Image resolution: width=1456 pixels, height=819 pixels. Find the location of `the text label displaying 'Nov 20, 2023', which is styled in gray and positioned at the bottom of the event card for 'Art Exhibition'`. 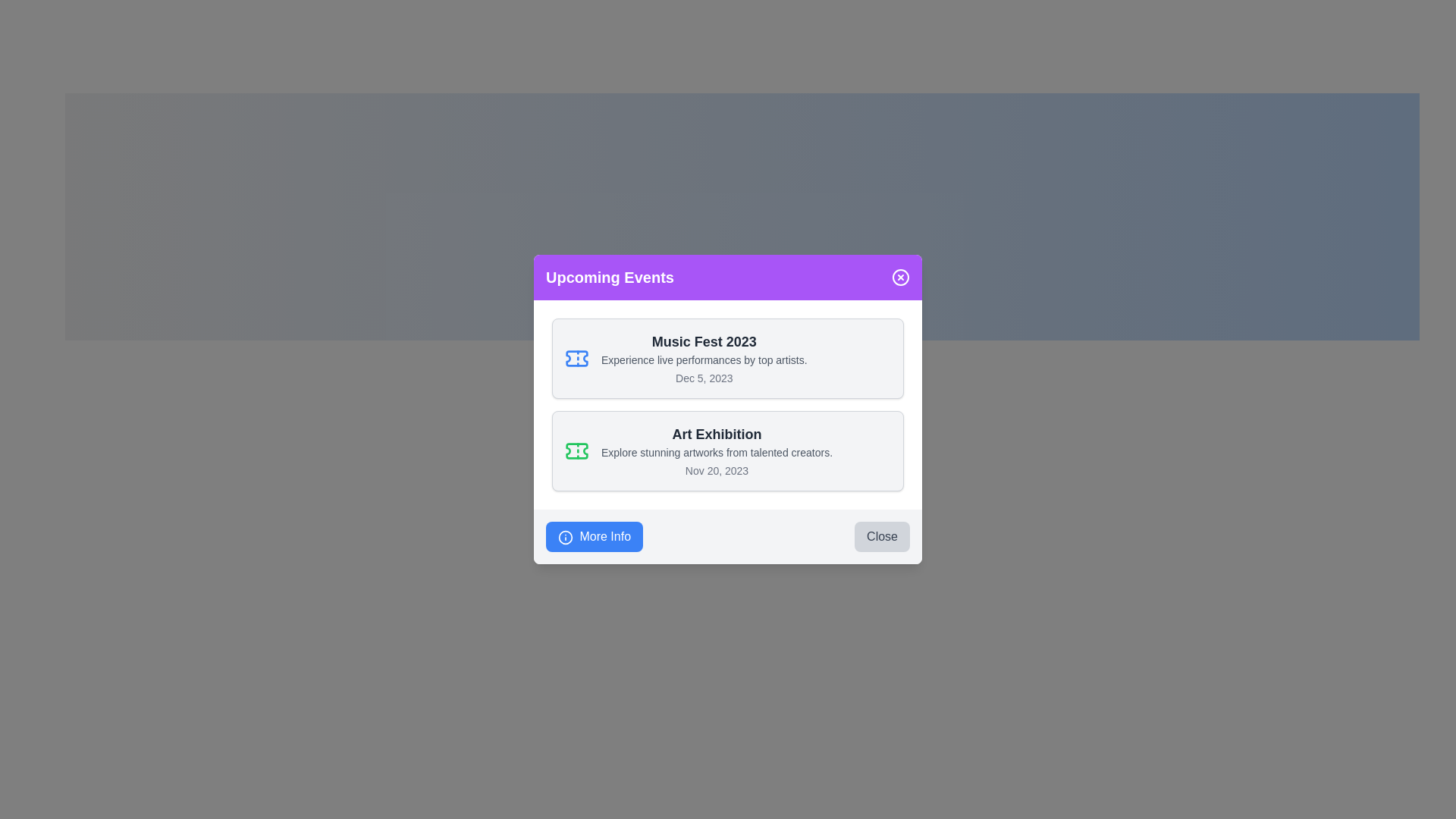

the text label displaying 'Nov 20, 2023', which is styled in gray and positioned at the bottom of the event card for 'Art Exhibition' is located at coordinates (716, 470).